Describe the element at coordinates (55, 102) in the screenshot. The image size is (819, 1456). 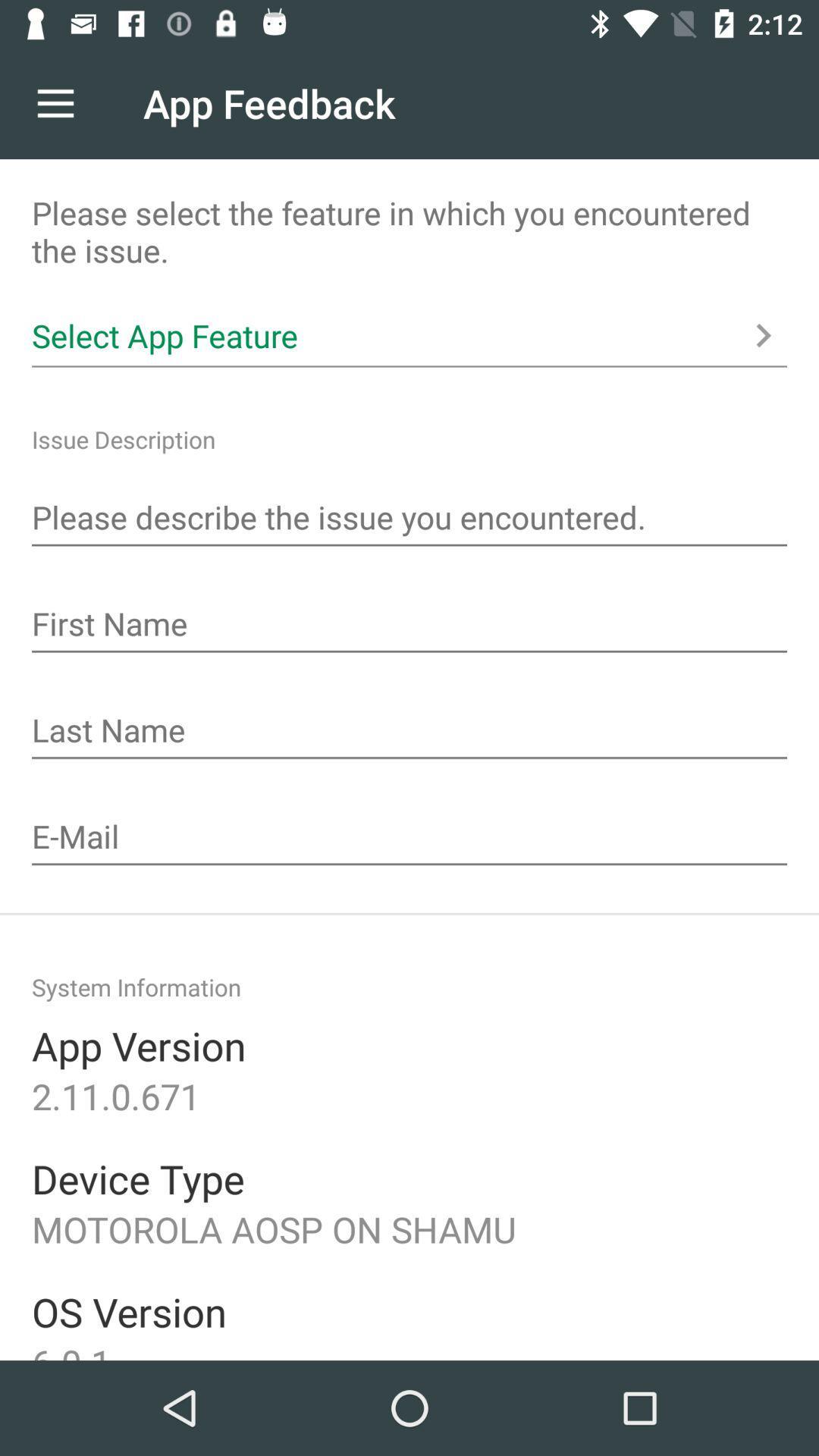
I see `item next to app feedback item` at that location.